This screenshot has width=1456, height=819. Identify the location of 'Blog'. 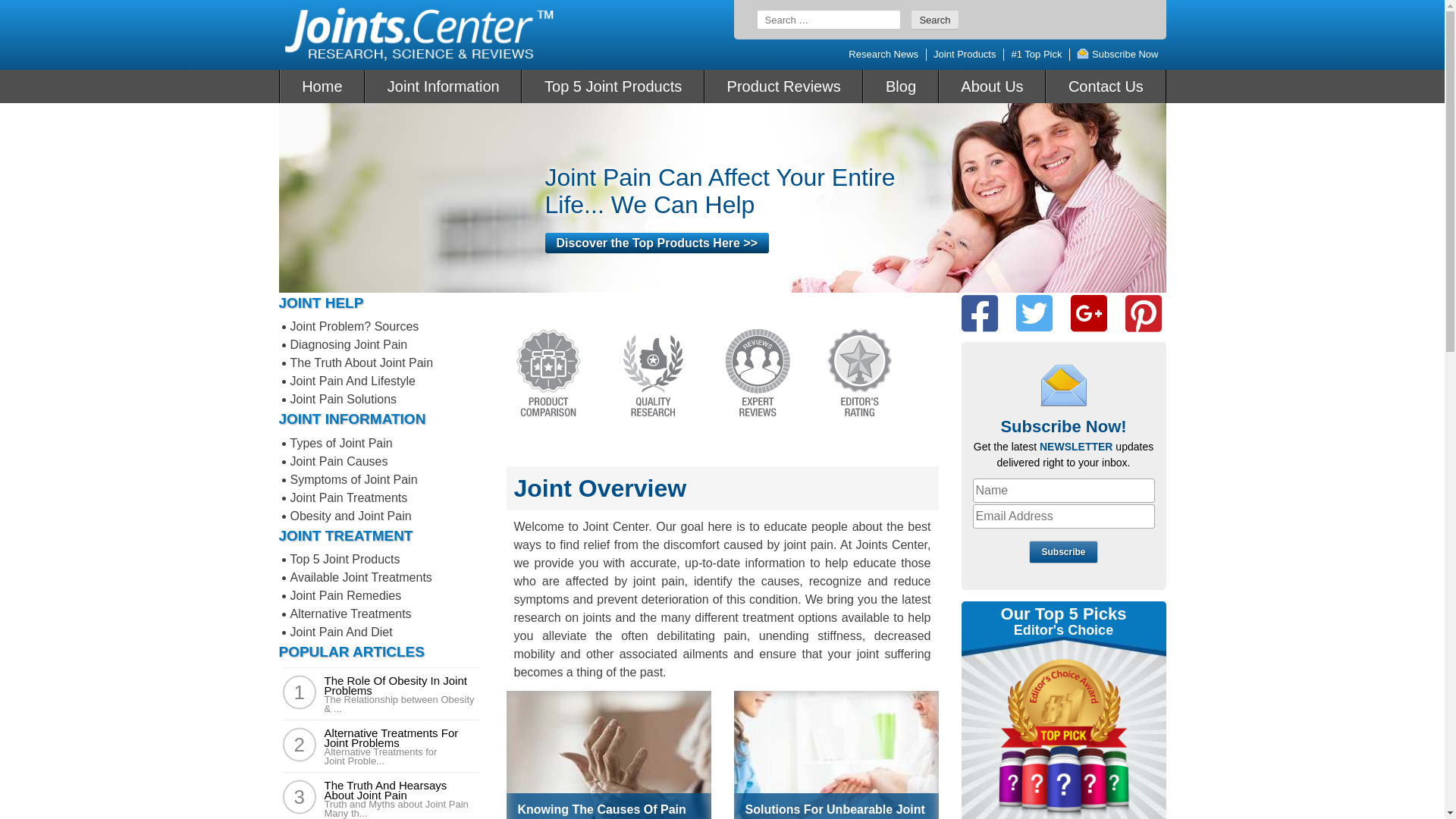
(900, 86).